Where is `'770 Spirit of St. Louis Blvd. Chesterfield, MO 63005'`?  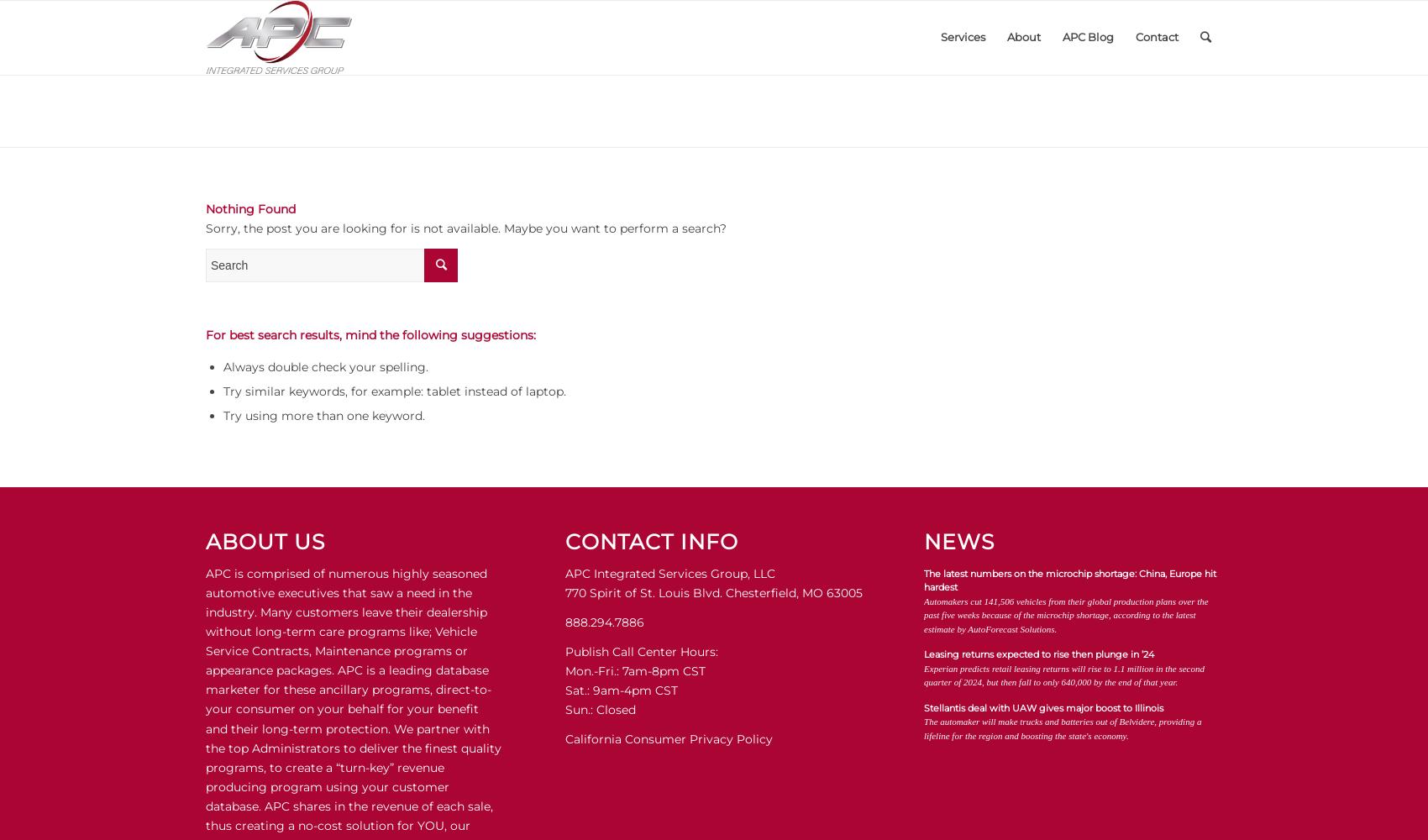 '770 Spirit of St. Louis Blvd. Chesterfield, MO 63005' is located at coordinates (711, 591).